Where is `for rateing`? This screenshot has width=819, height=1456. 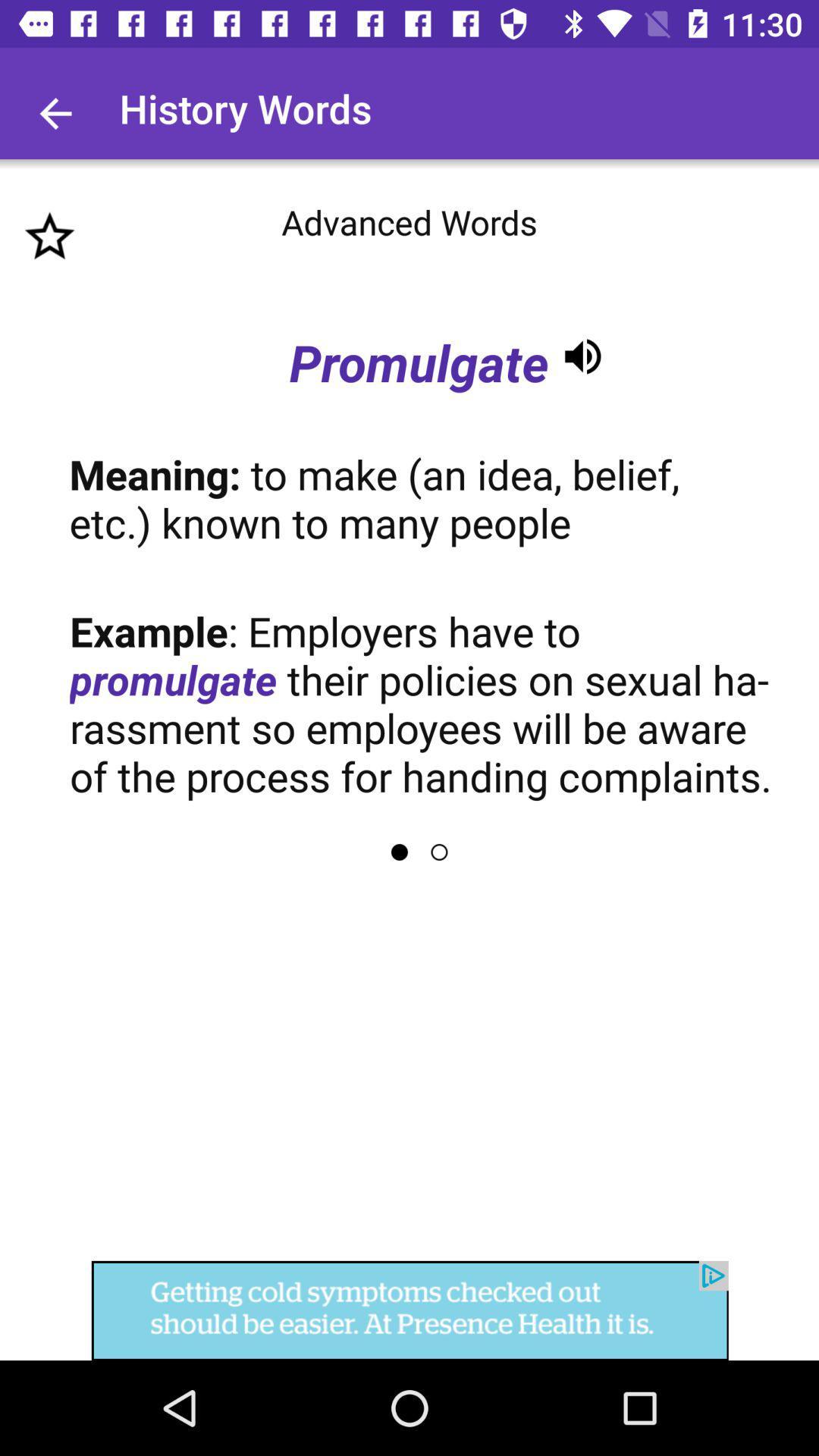 for rateing is located at coordinates (49, 236).